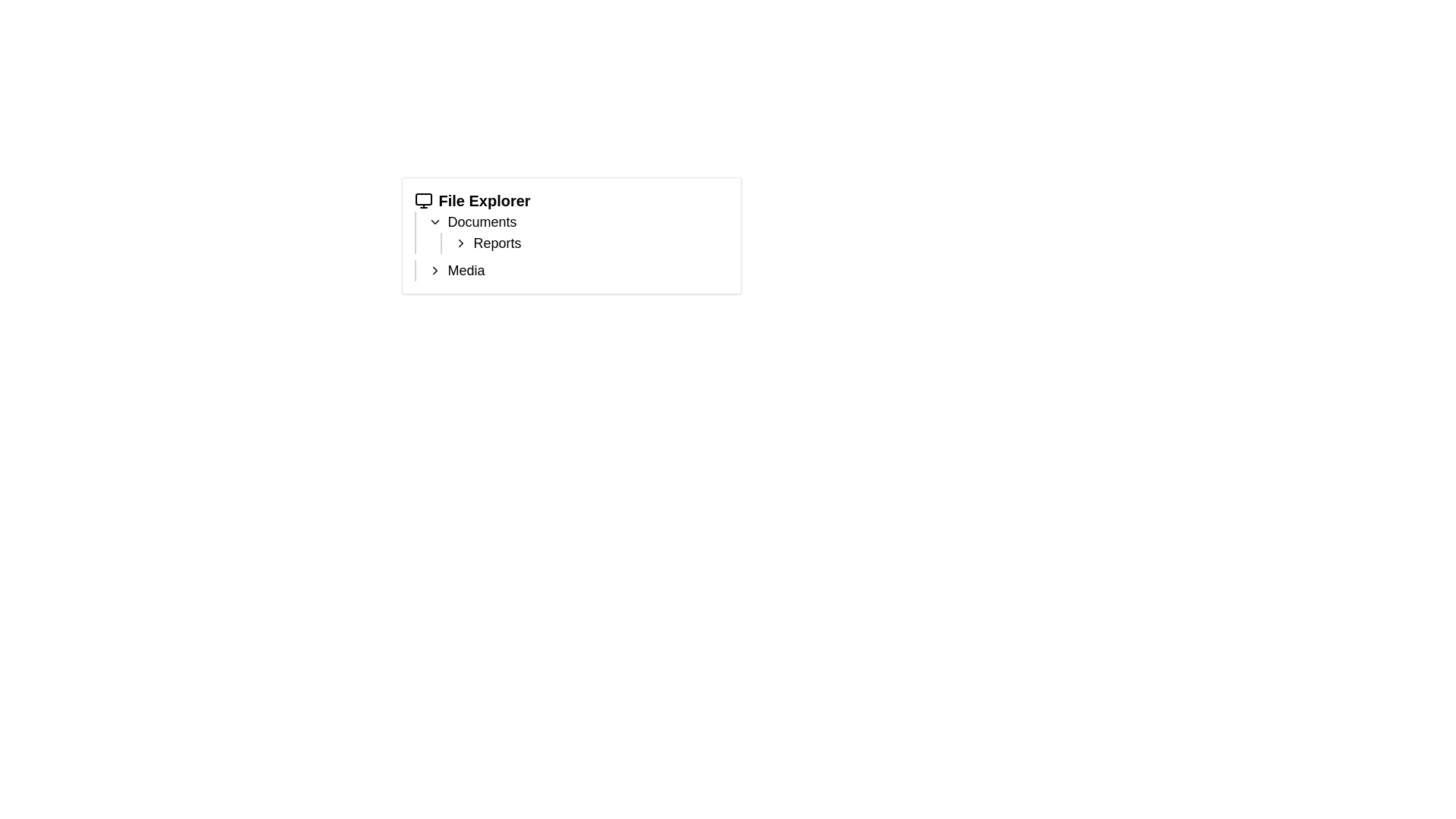  Describe the element at coordinates (465, 270) in the screenshot. I see `the 'Media' text label, which is displayed in a medium-sized bold font and is aligned with a chevron-right icon, located within the 'File Explorer' navigation structure` at that location.